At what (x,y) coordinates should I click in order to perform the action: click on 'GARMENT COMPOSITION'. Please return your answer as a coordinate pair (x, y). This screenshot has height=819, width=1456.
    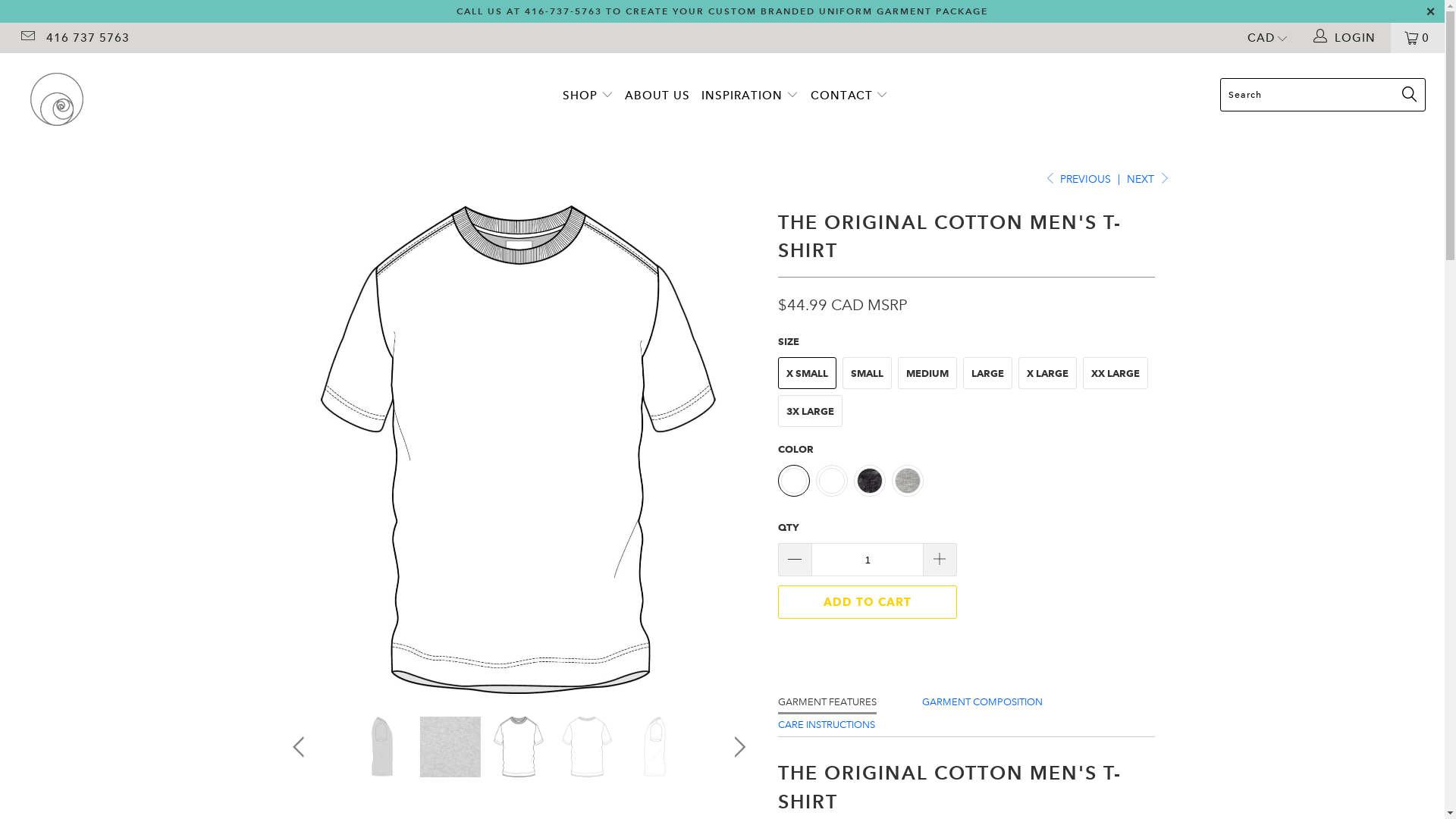
    Looking at the image, I should click on (982, 701).